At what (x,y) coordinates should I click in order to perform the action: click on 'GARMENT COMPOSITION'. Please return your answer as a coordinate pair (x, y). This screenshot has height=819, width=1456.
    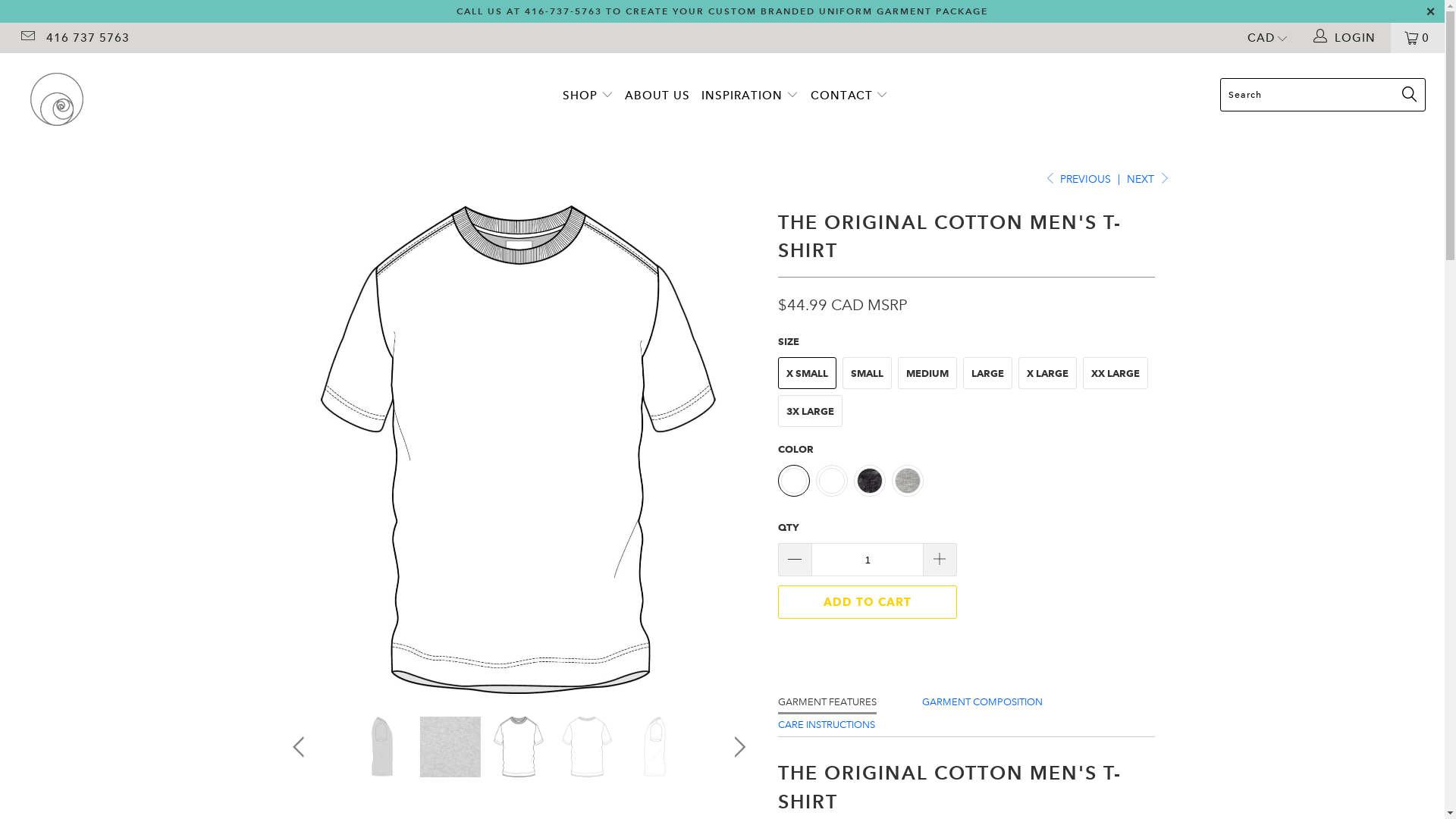
    Looking at the image, I should click on (982, 701).